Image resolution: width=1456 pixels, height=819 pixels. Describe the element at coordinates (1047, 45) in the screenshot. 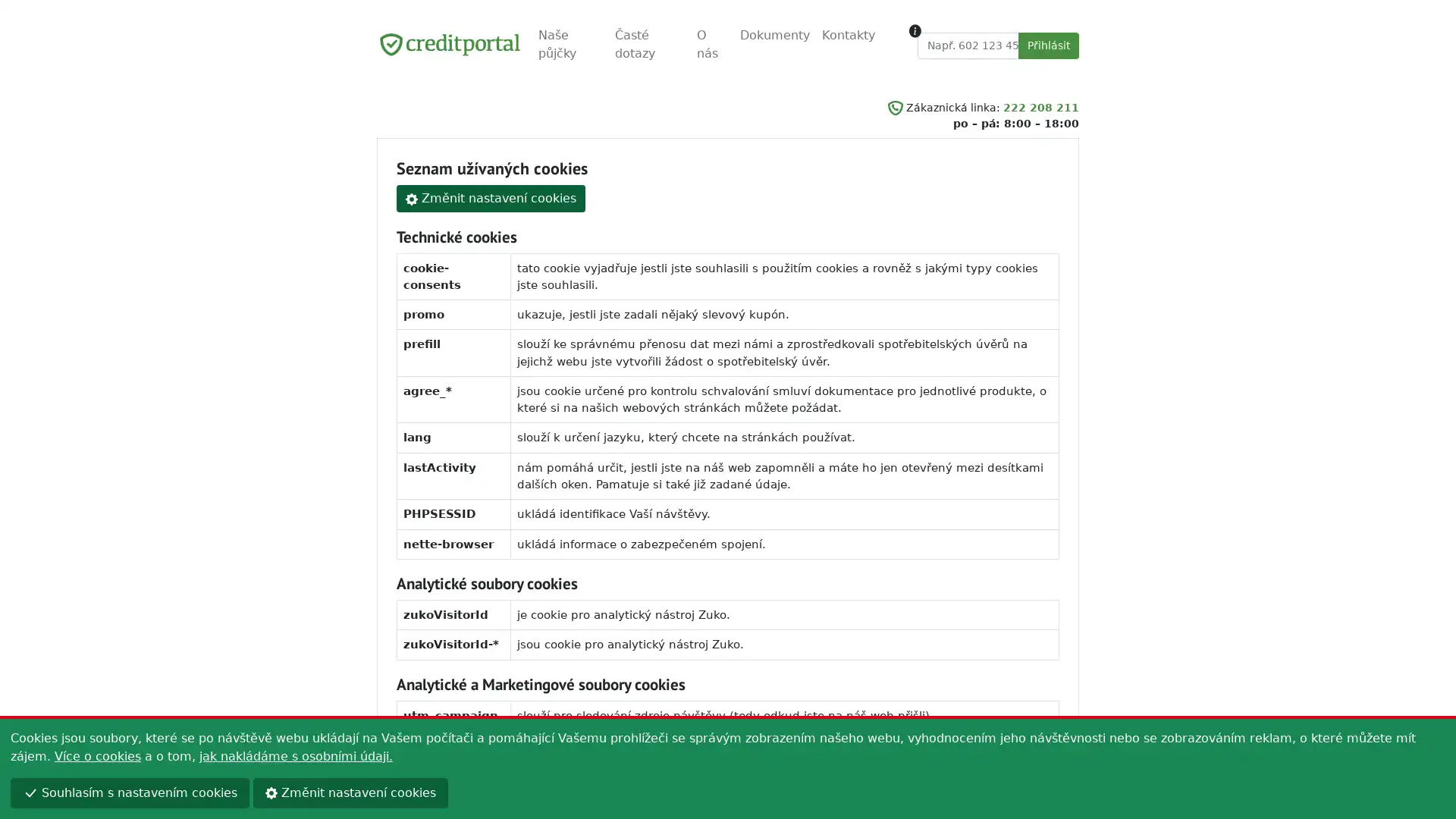

I see `Prihlasit` at that location.